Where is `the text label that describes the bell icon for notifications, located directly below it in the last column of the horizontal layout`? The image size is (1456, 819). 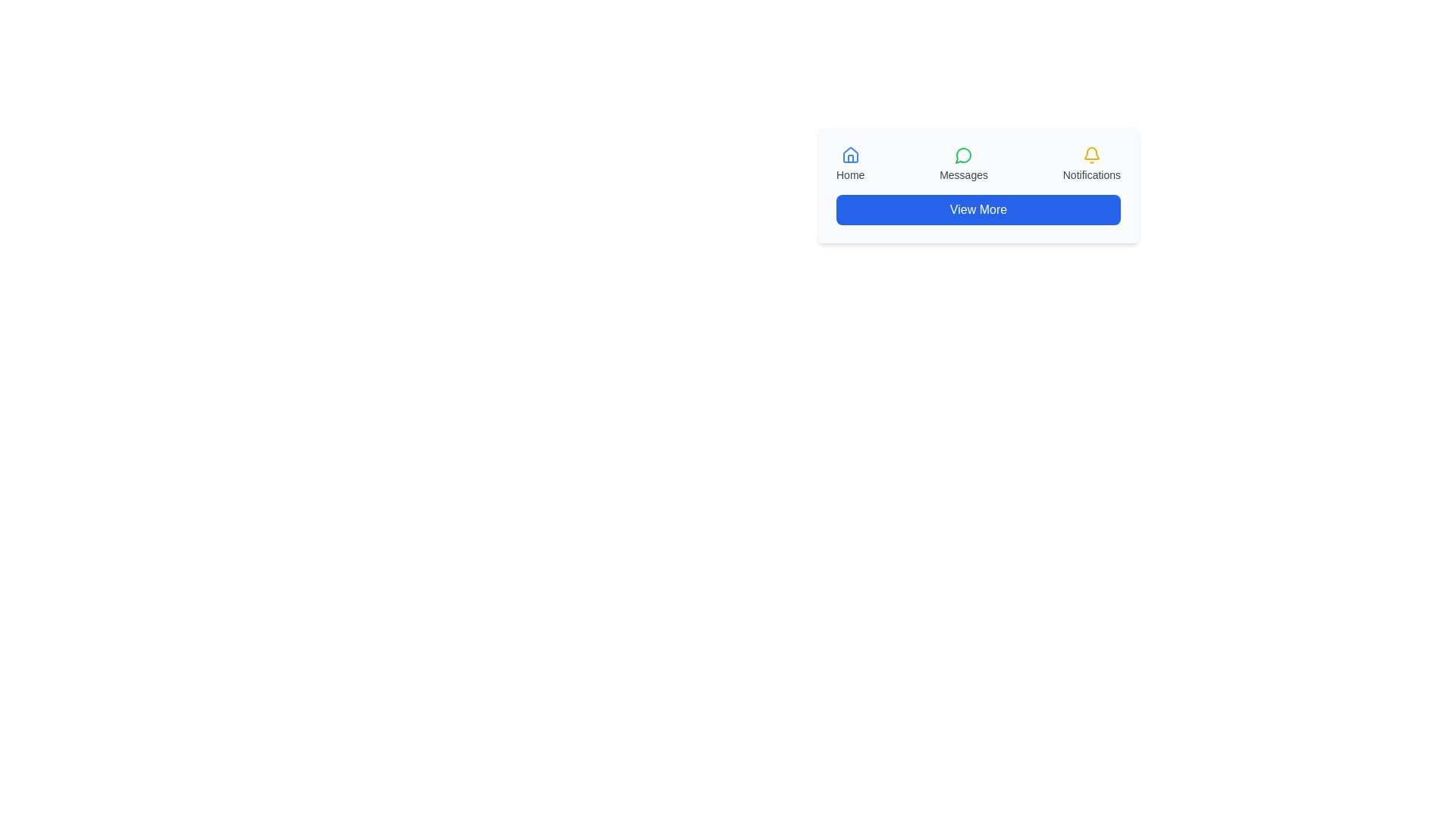
the text label that describes the bell icon for notifications, located directly below it in the last column of the horizontal layout is located at coordinates (1090, 174).